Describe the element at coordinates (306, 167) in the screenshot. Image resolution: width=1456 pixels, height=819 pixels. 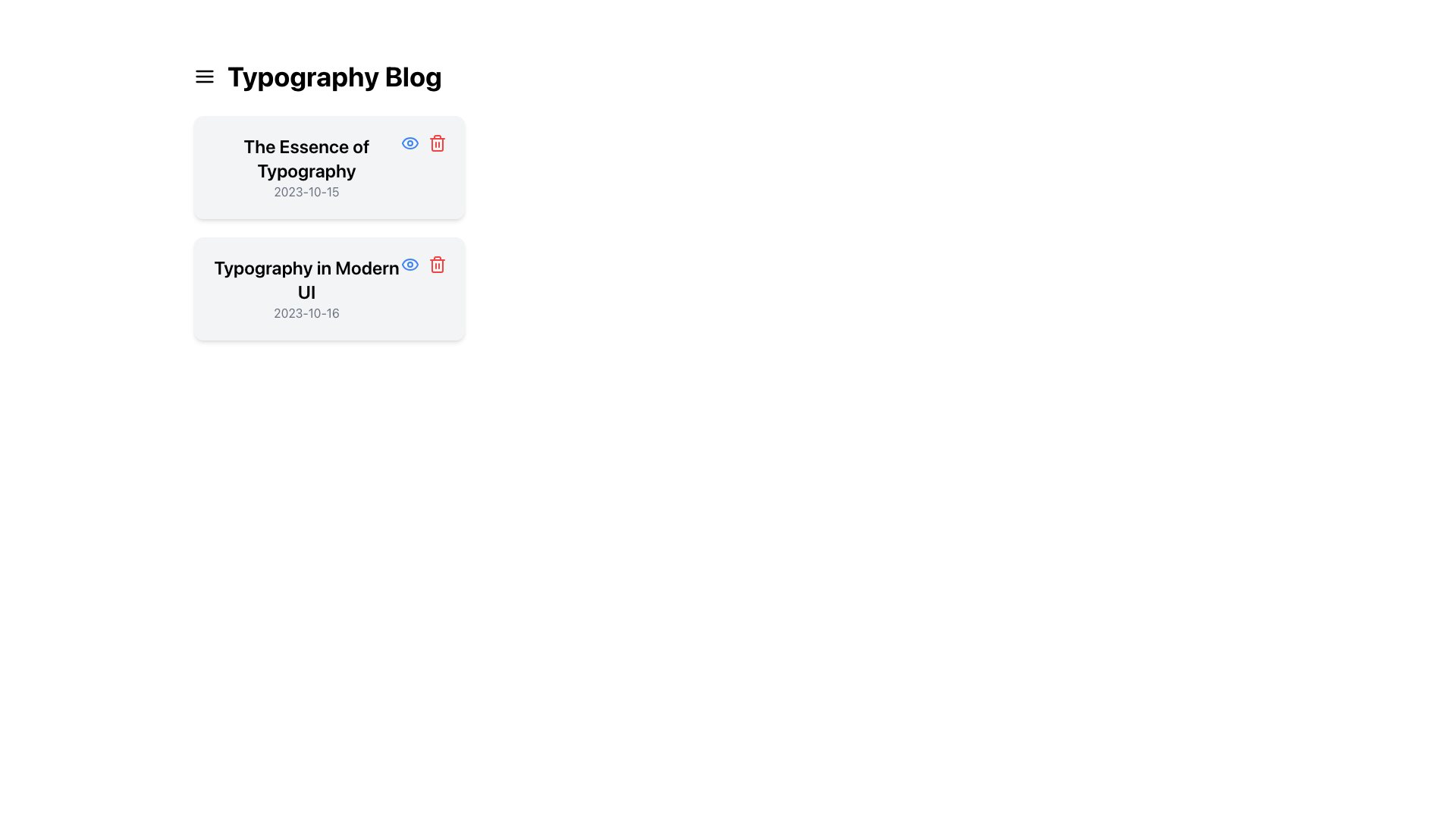
I see `the text display element containing the blog title 'The Essence of Typography' and its publication date, located at the top of the content area in the first card of a vertical list` at that location.